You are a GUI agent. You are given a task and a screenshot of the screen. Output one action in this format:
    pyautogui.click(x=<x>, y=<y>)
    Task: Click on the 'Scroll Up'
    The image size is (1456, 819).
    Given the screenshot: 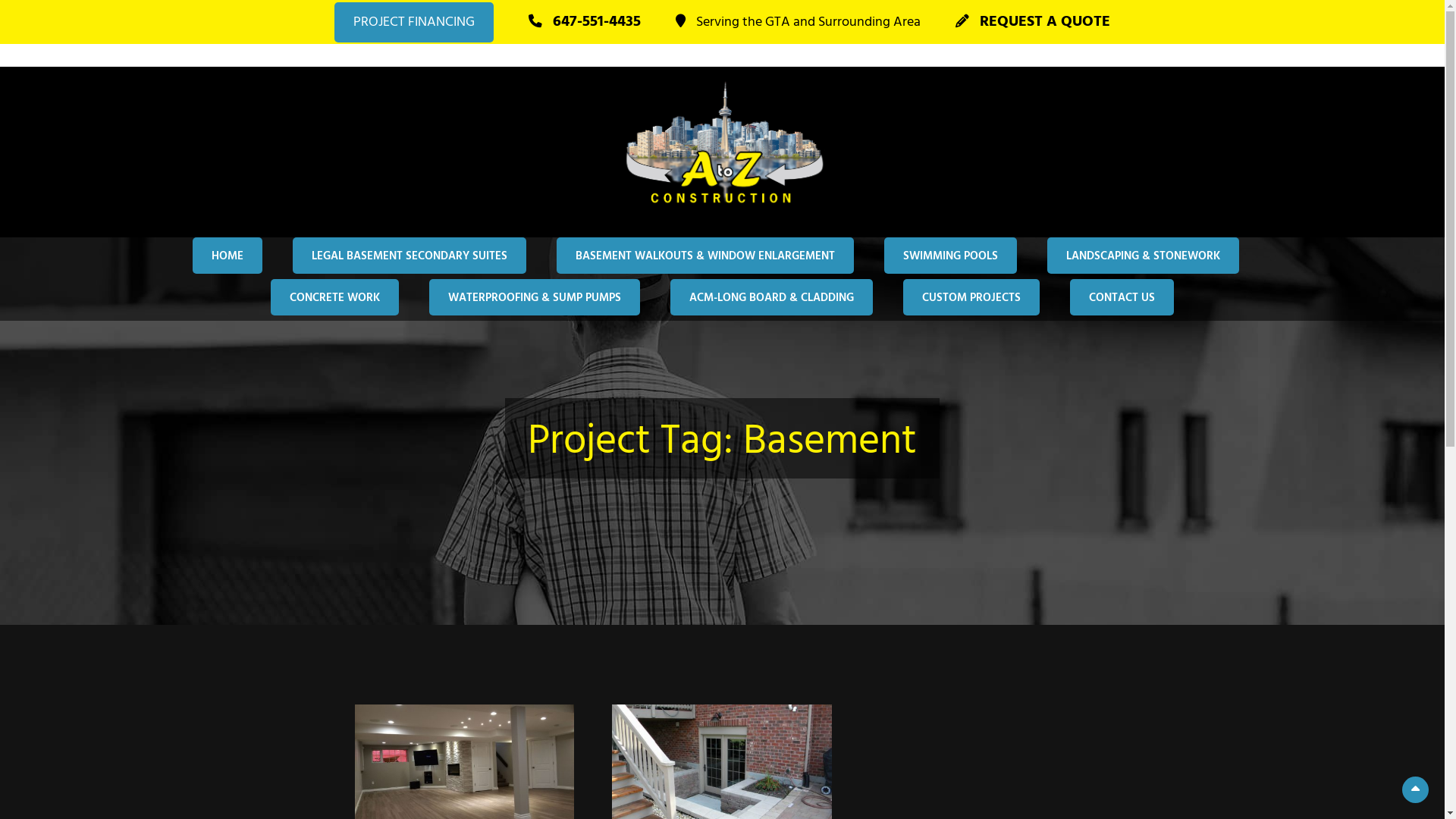 What is the action you would take?
    pyautogui.click(x=1414, y=789)
    